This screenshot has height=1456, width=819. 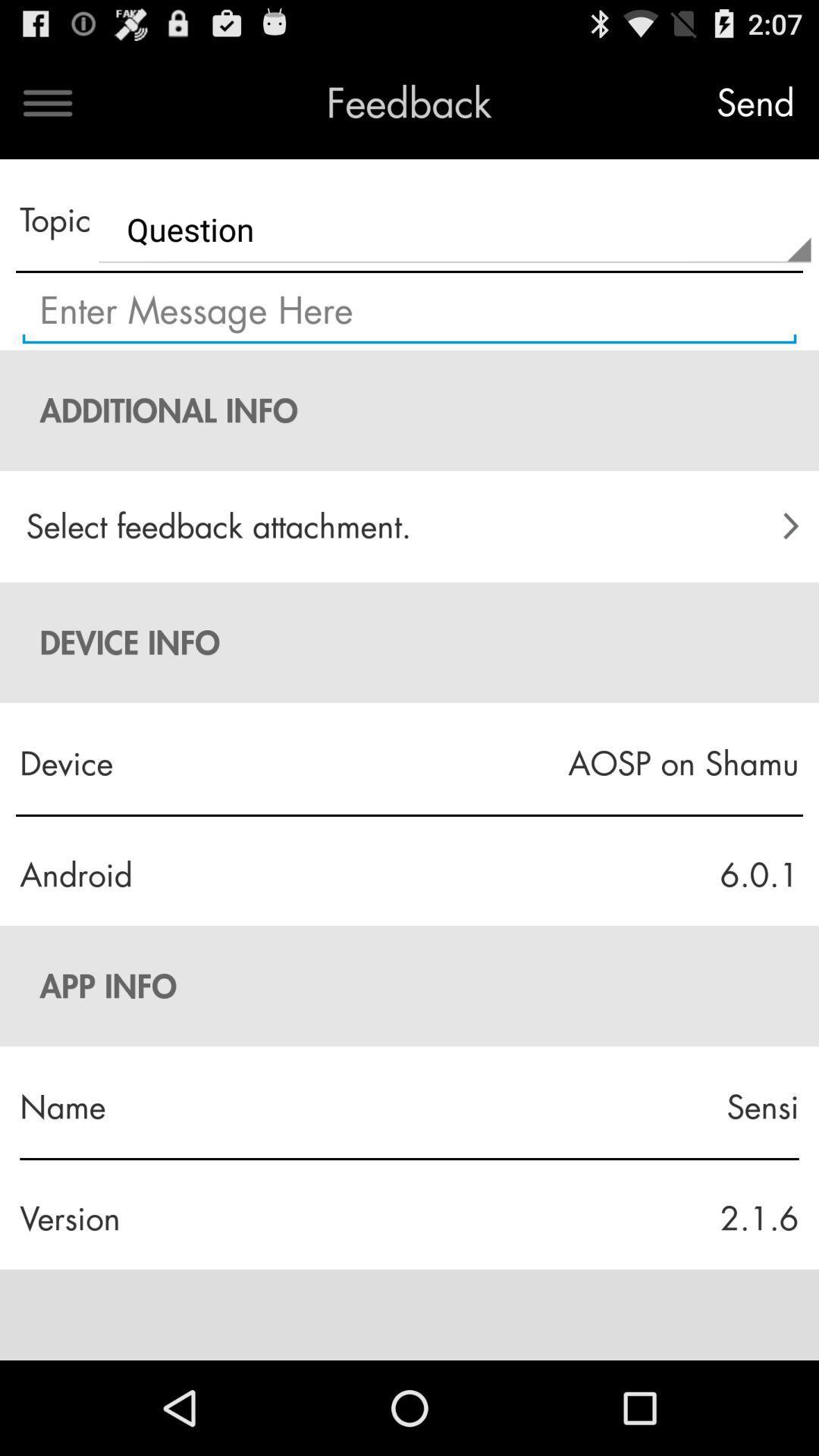 I want to click on write message, so click(x=409, y=311).